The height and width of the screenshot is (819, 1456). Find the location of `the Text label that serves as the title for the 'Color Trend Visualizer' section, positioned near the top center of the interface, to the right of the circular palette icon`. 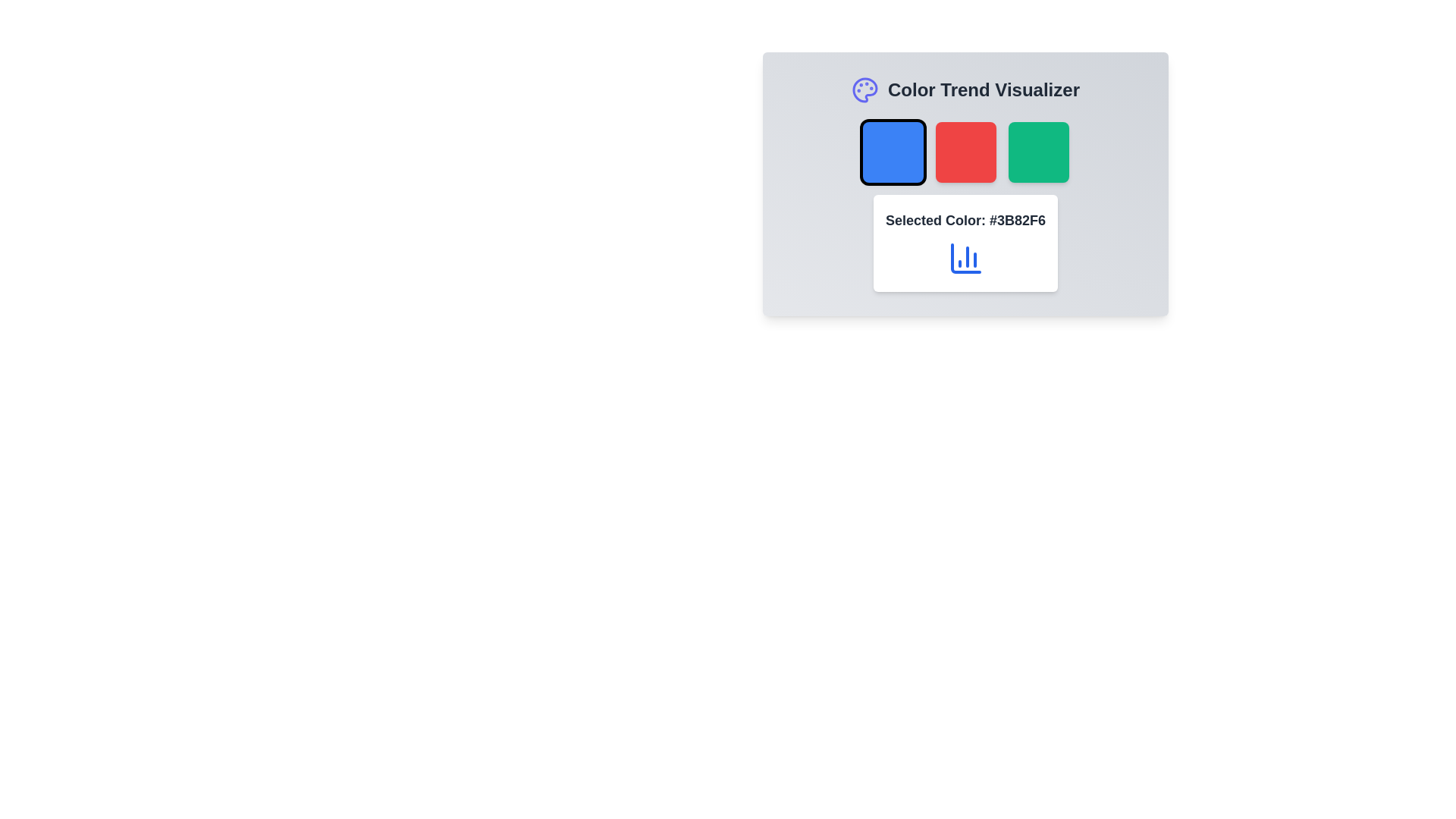

the Text label that serves as the title for the 'Color Trend Visualizer' section, positioned near the top center of the interface, to the right of the circular palette icon is located at coordinates (984, 90).